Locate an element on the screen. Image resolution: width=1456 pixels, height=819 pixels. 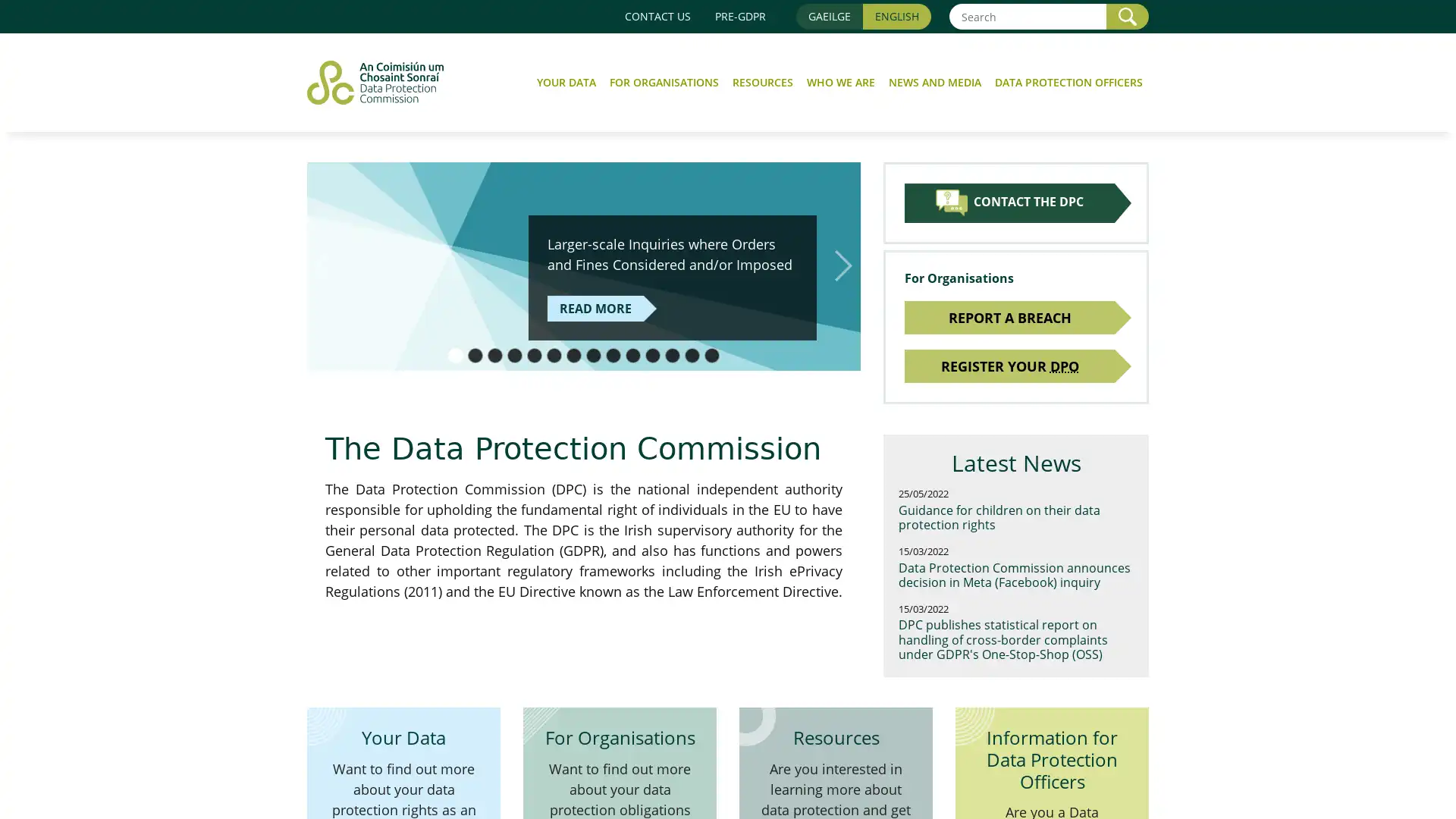
Previous is located at coordinates (323, 265).